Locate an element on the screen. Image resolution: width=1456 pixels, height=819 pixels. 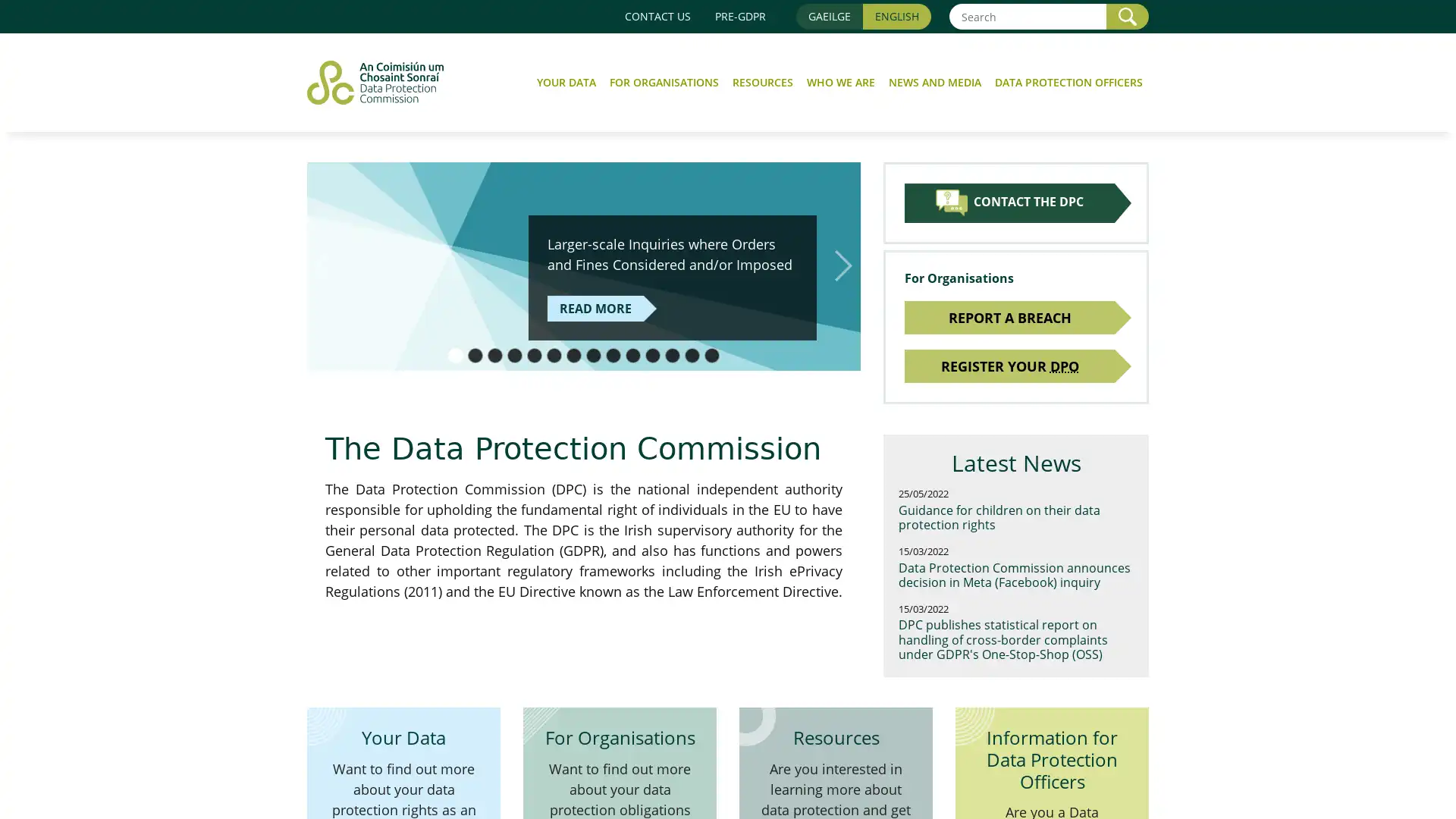
Previous is located at coordinates (323, 265).